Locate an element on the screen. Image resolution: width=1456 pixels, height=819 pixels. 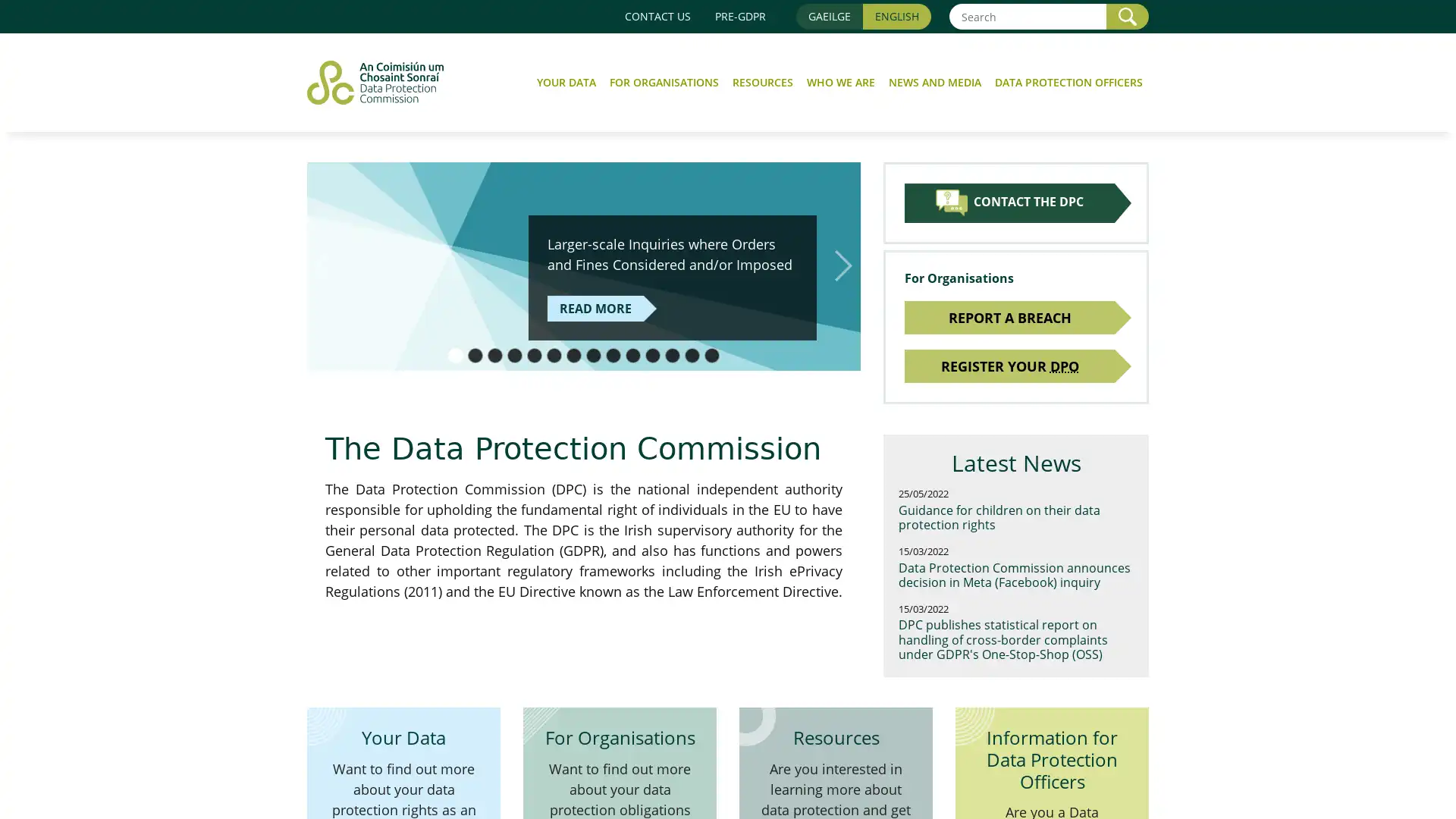
Previous is located at coordinates (323, 265).